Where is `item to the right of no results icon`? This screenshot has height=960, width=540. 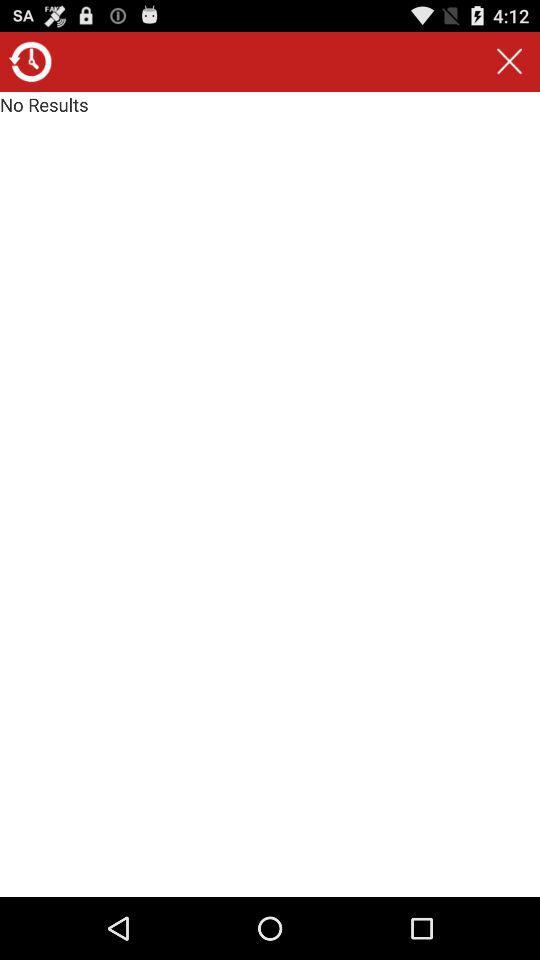
item to the right of no results icon is located at coordinates (509, 61).